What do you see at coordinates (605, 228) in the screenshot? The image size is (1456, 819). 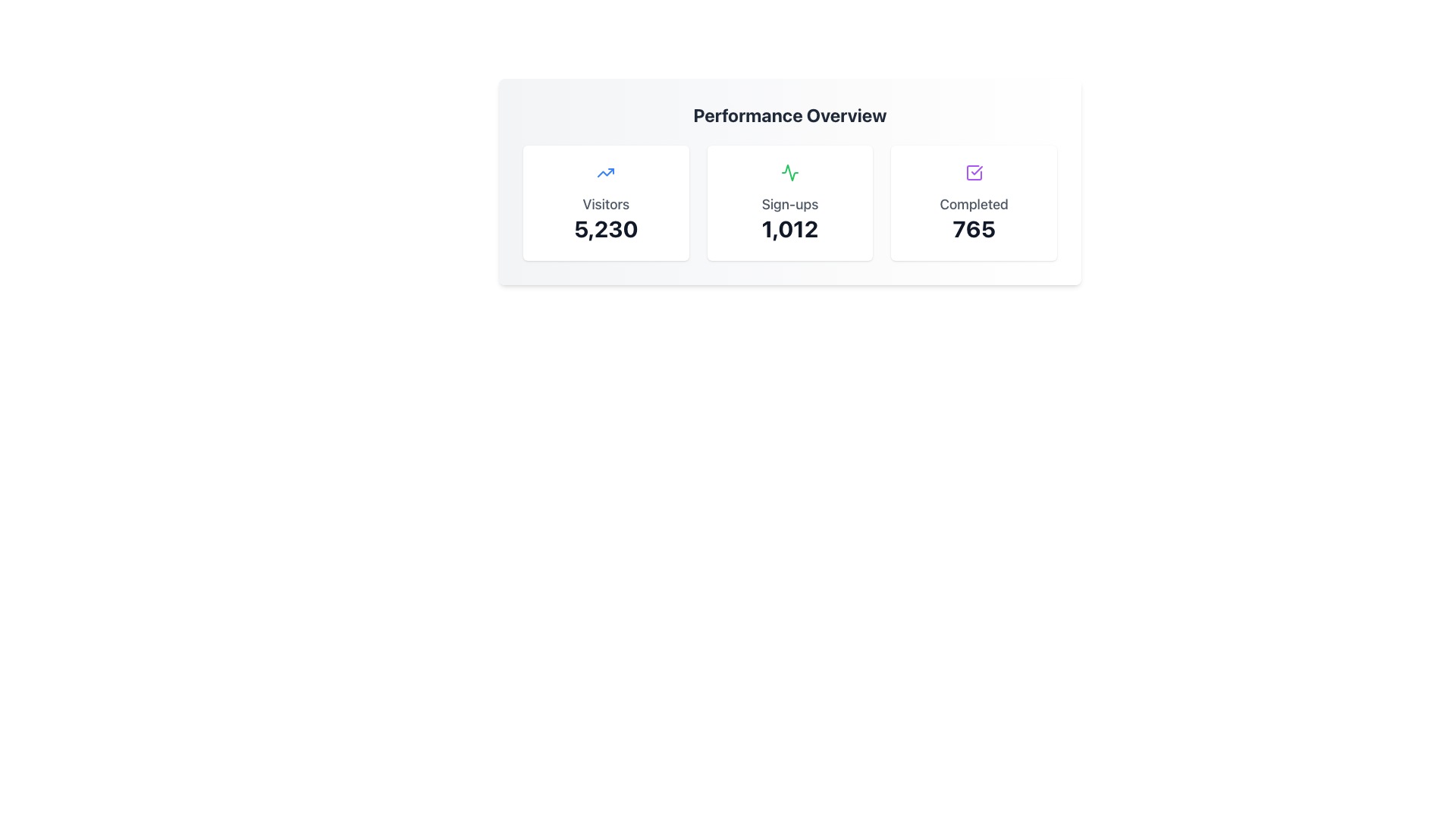 I see `the prominent text display showing the number '5,230', which is located directly below the 'Visitors' label in the leftmost panel of the three-panel grid` at bounding box center [605, 228].